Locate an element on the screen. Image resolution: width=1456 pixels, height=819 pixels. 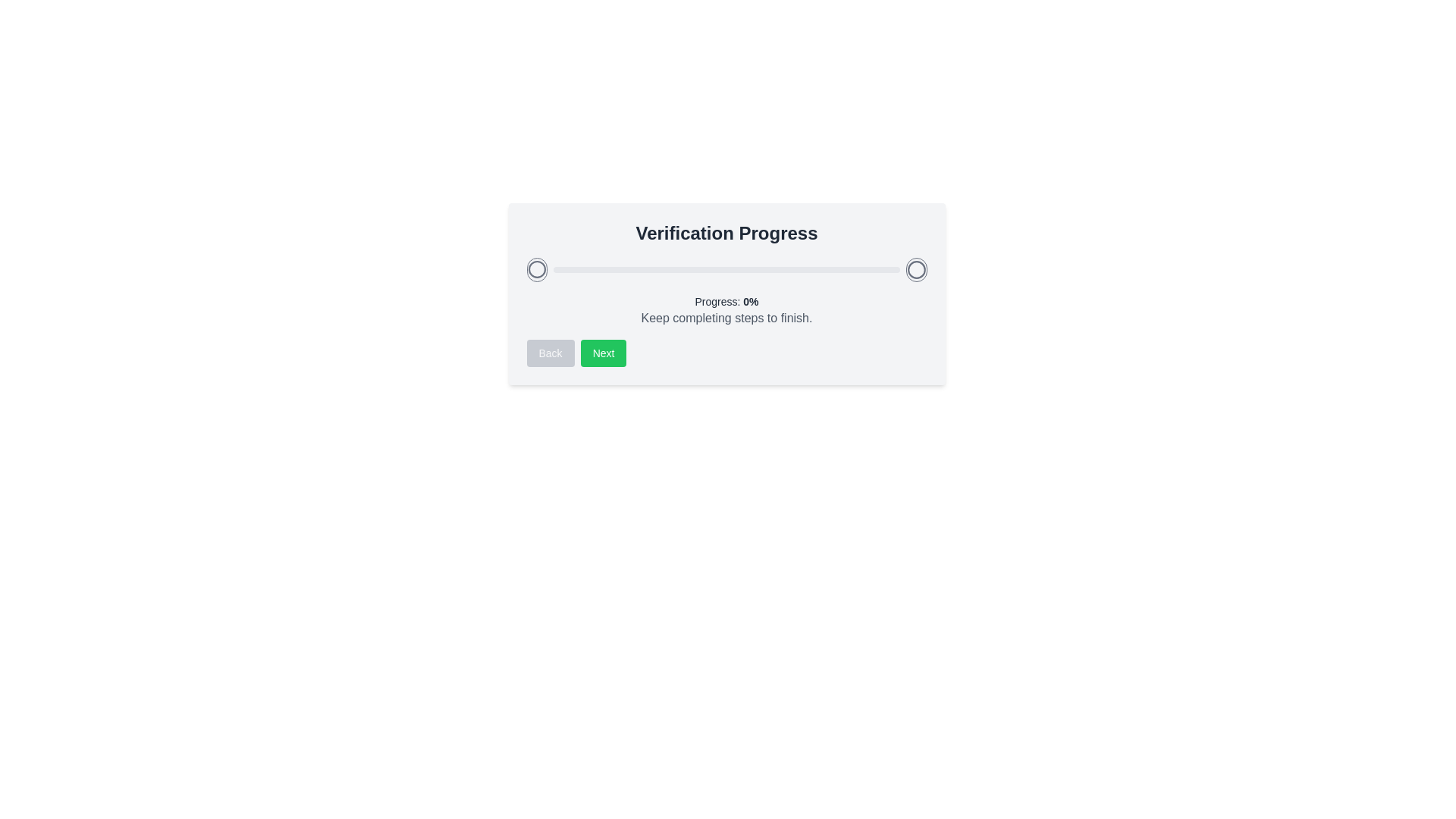
the circular graphic element with a gray border located near the right side of the Verification Progress bar is located at coordinates (915, 268).